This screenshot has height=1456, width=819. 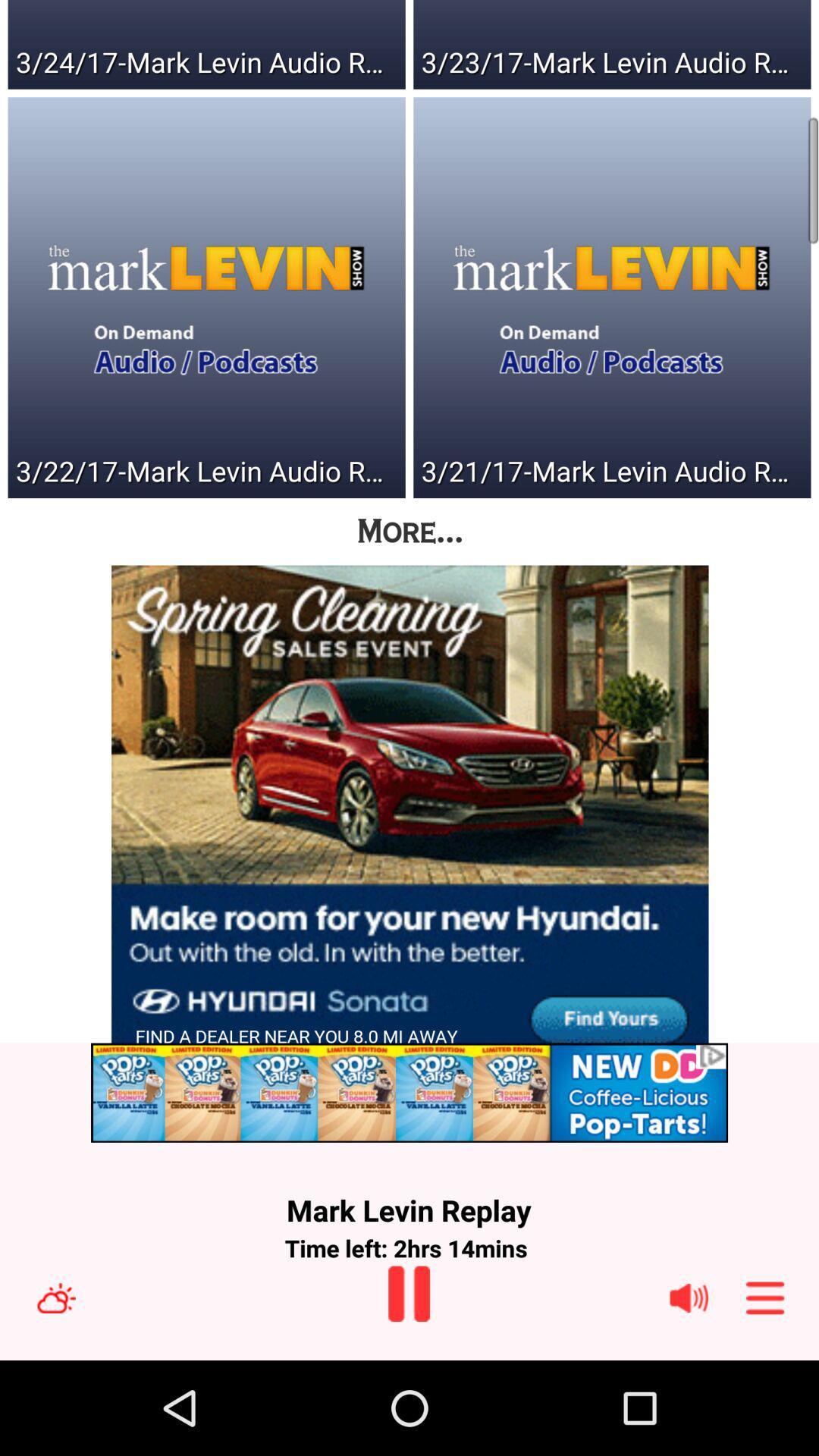 I want to click on advertisement, so click(x=409, y=814).